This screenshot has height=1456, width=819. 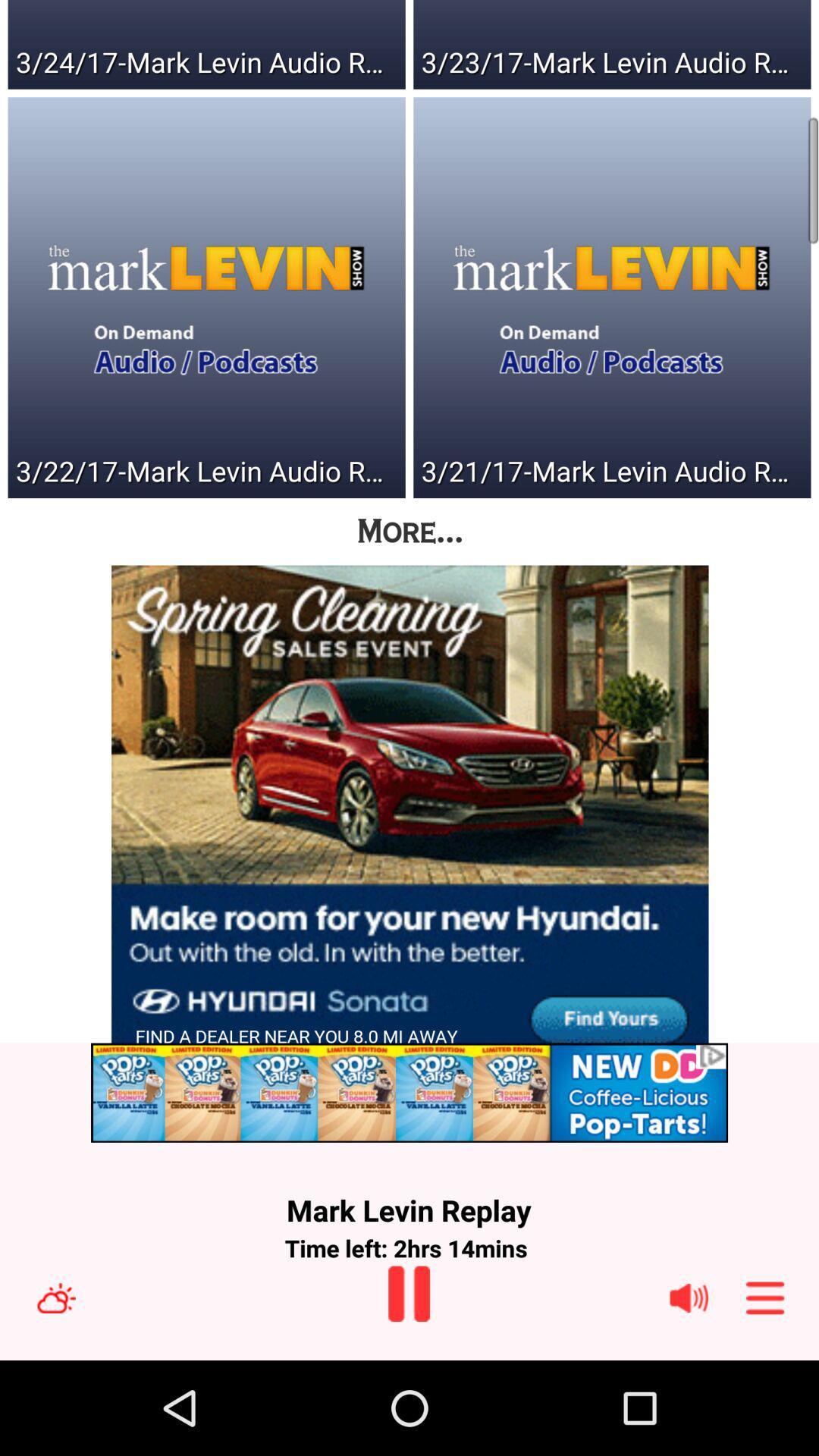 I want to click on advertisement, so click(x=409, y=814).